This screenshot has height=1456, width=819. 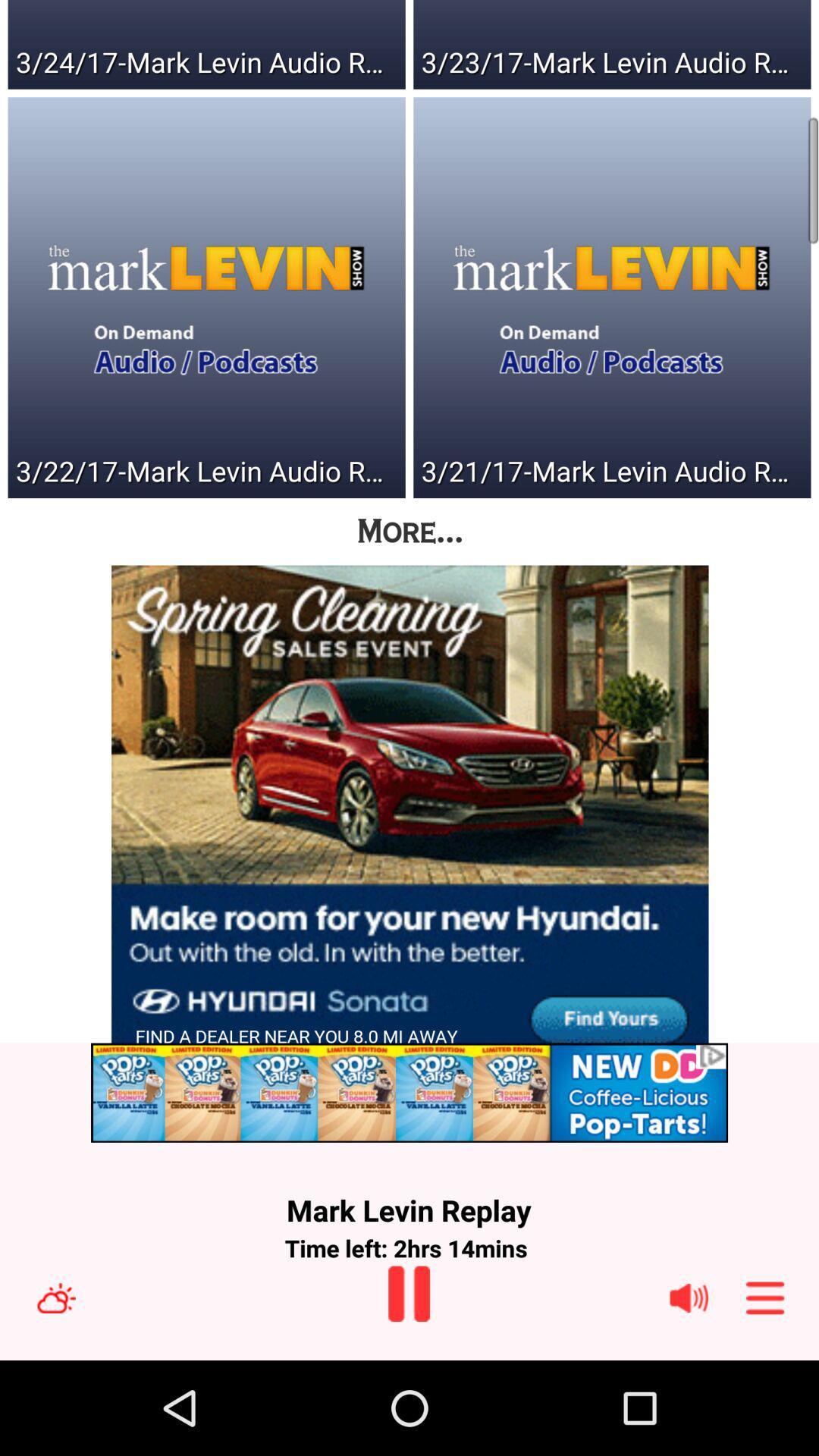 I want to click on advertisement, so click(x=409, y=814).